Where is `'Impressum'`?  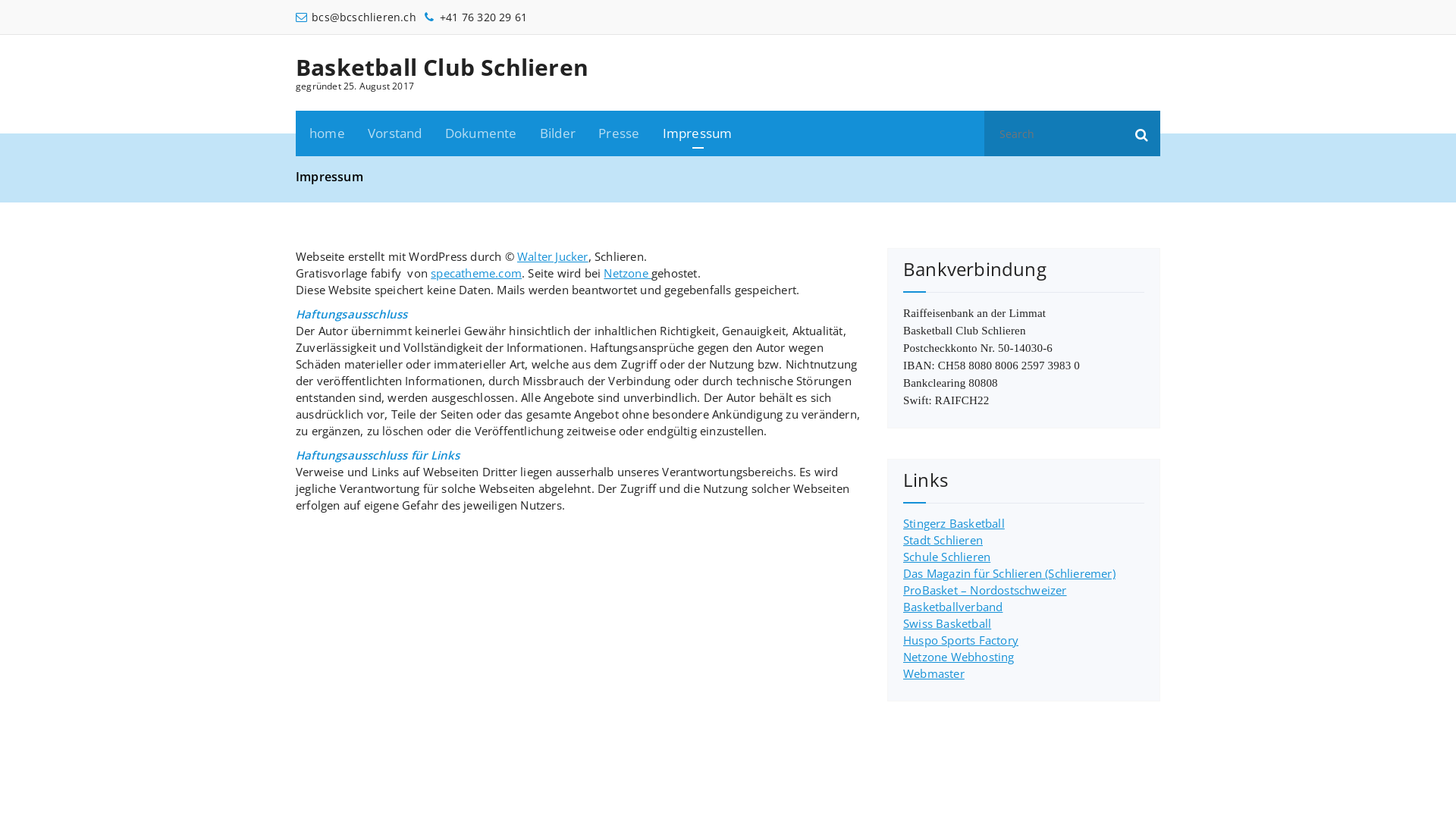 'Impressum' is located at coordinates (651, 133).